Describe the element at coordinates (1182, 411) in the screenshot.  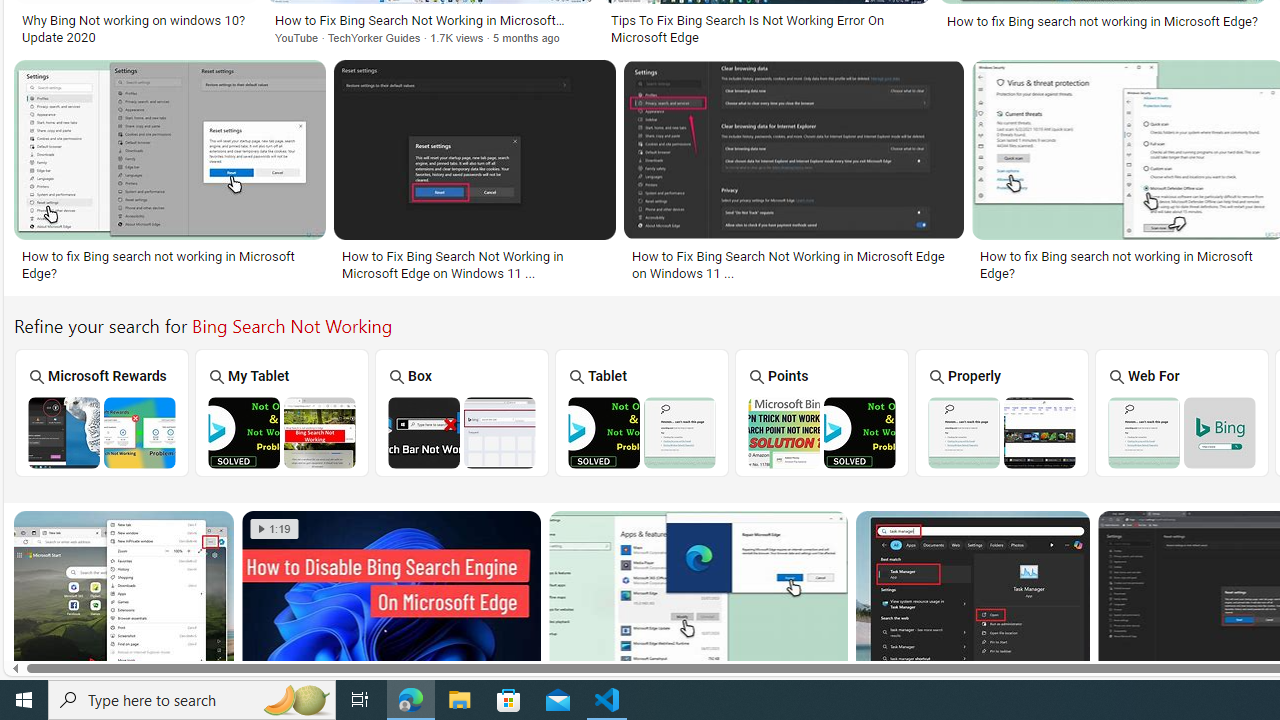
I see `'Bing Search the Web for Image Not Working Web For'` at that location.